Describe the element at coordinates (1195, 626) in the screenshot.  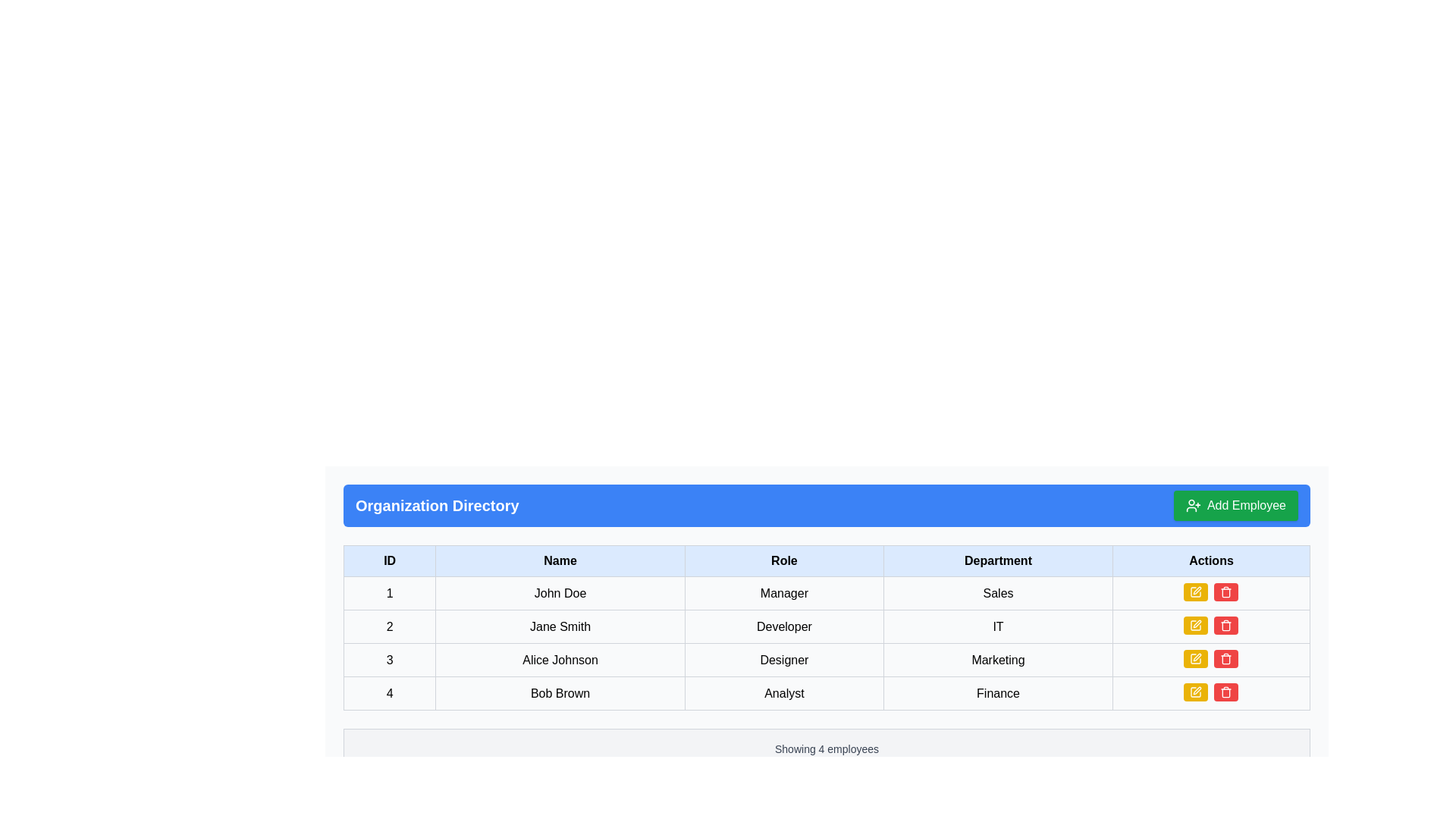
I see `the edit icon represented by a pencil or pen in the action column of the fourth row for the employee 'Bob Brown'` at that location.